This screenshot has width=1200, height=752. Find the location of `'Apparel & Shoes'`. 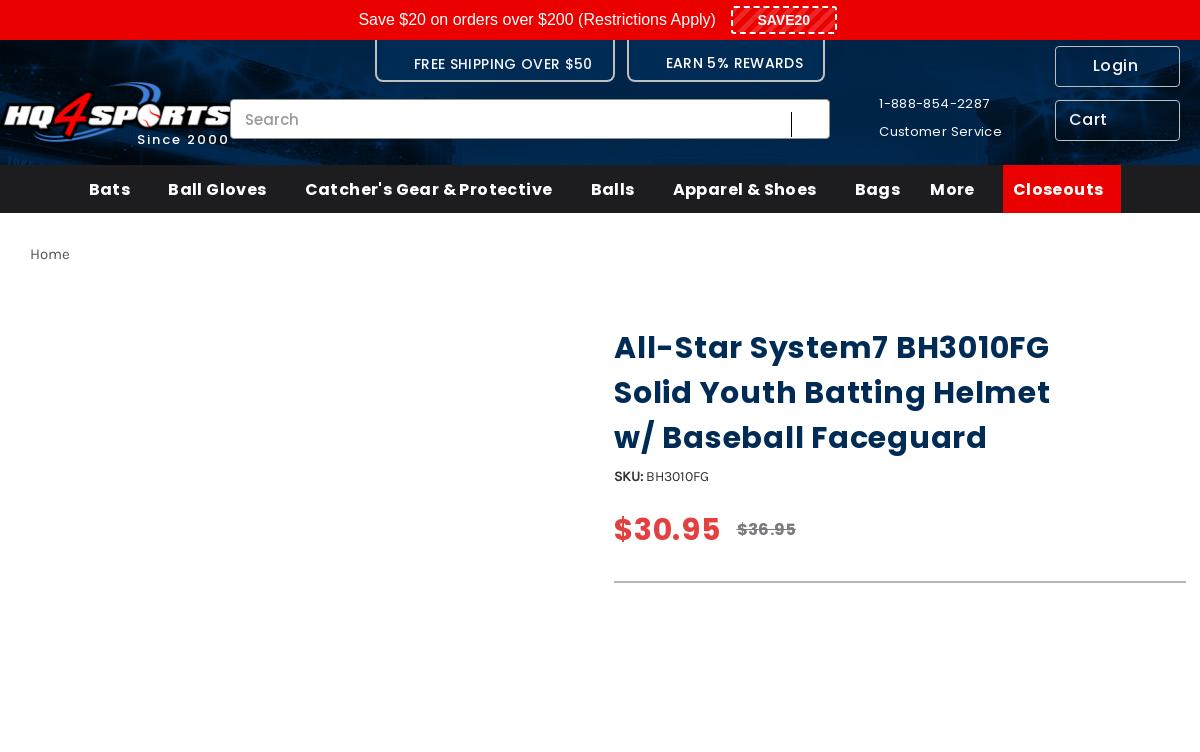

'Apparel & Shoes' is located at coordinates (744, 188).